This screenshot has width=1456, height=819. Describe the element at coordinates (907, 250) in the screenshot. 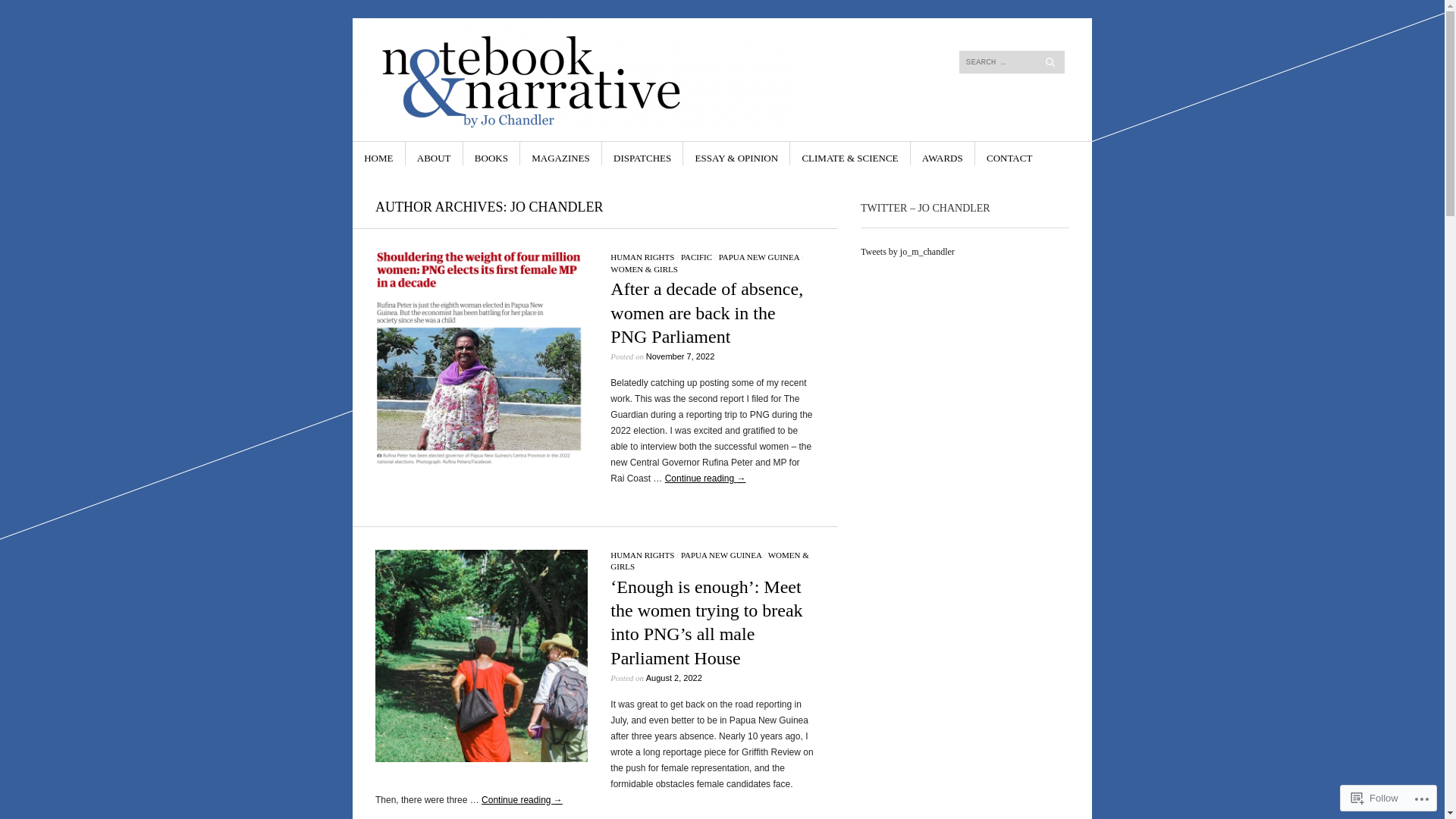

I see `'Tweets by jo_m_chandler'` at that location.